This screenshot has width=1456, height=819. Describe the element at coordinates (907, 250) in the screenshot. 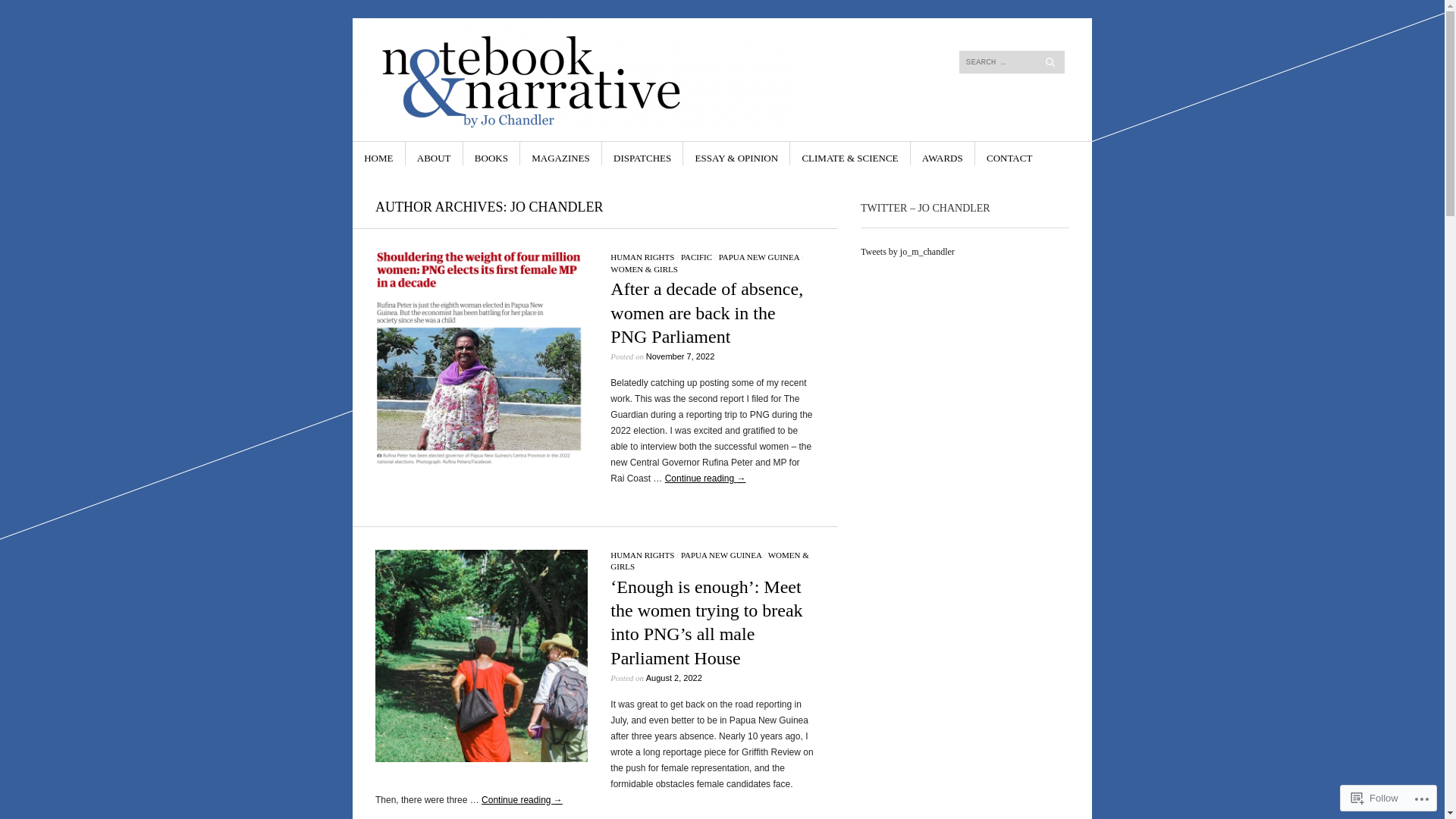

I see `'Tweets by jo_m_chandler'` at that location.